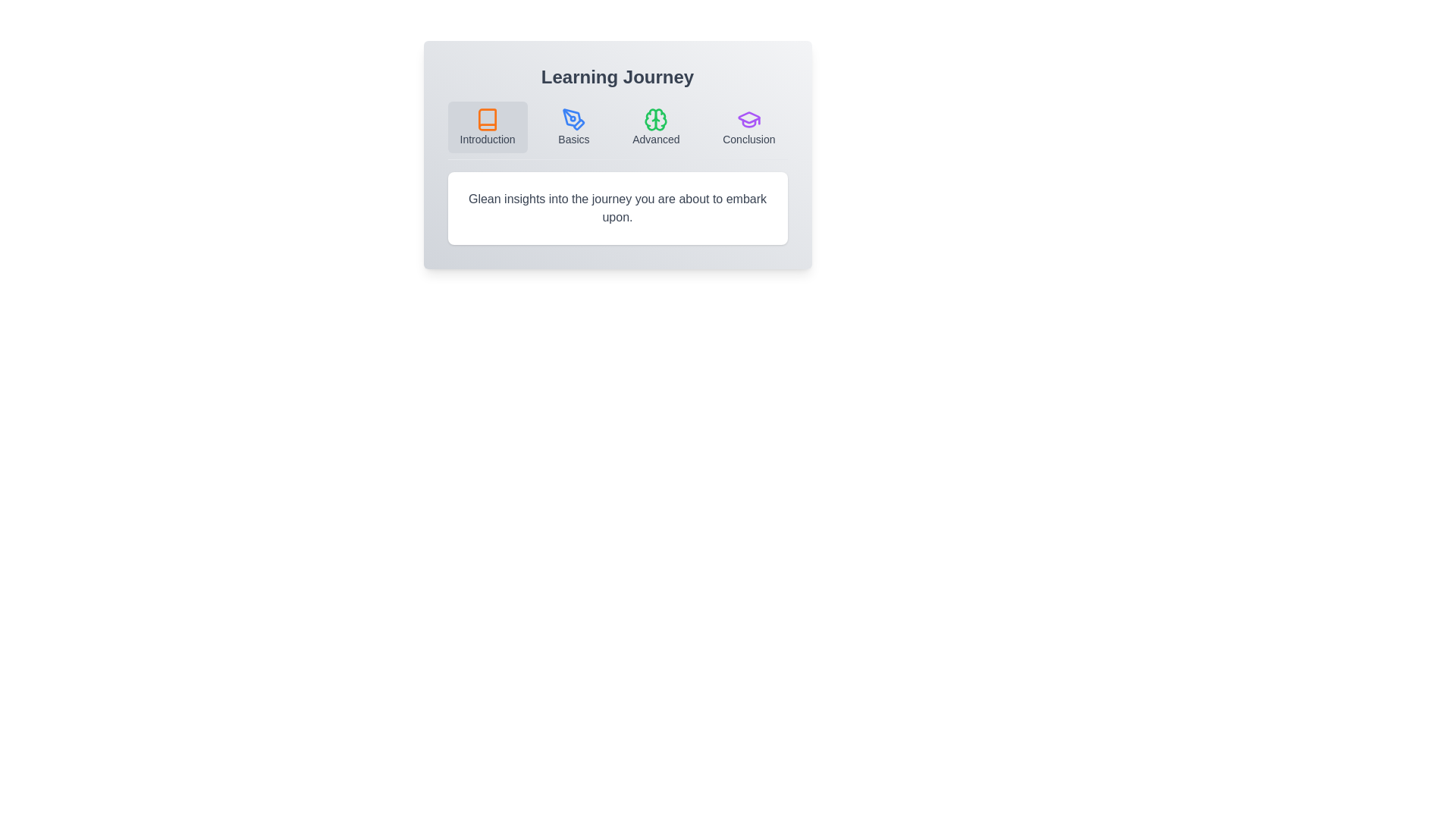 The height and width of the screenshot is (819, 1456). I want to click on the Conclusion button to highlight it, so click(749, 127).